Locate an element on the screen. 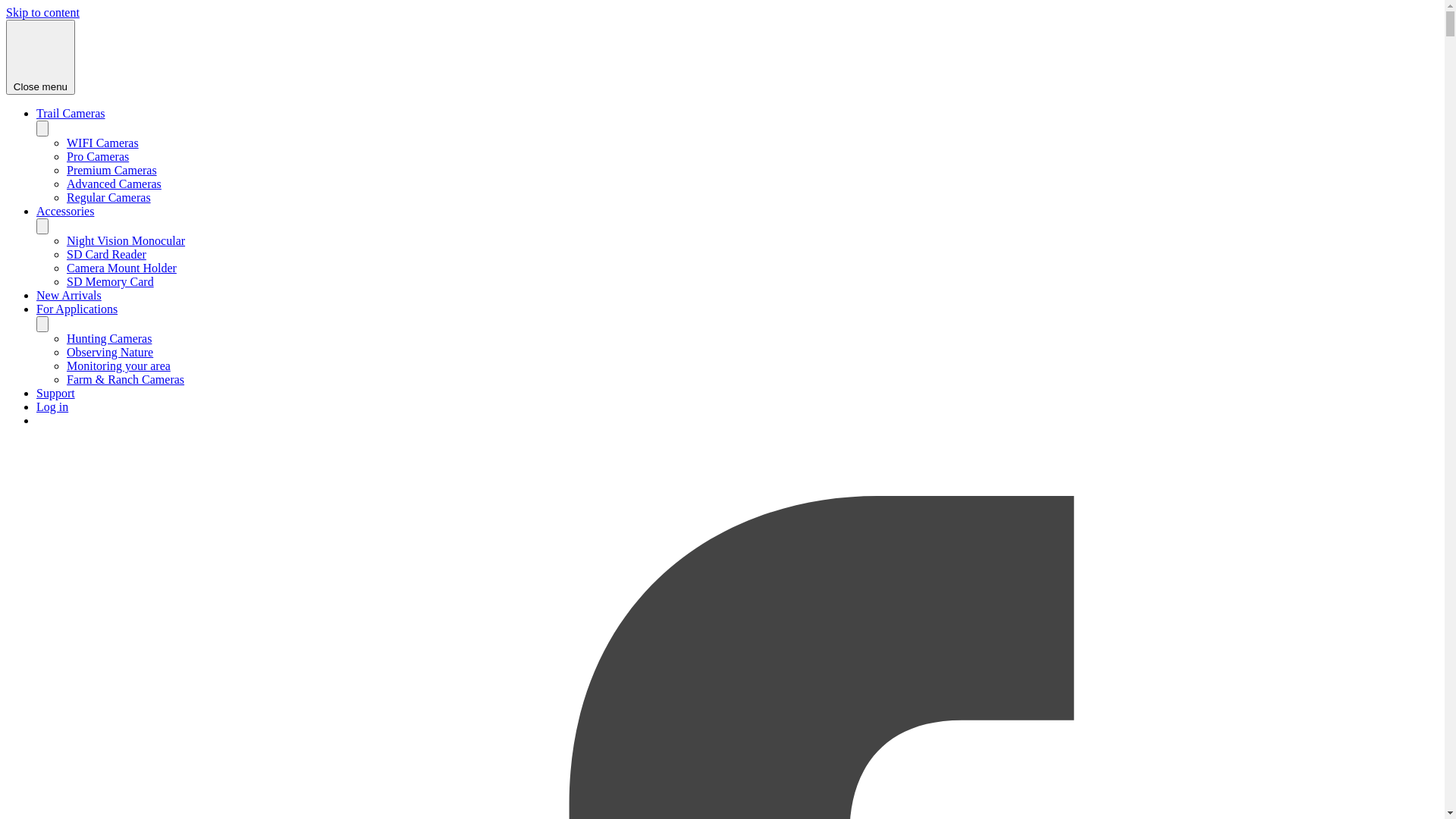 This screenshot has width=1456, height=819. 'For Applications' is located at coordinates (76, 308).